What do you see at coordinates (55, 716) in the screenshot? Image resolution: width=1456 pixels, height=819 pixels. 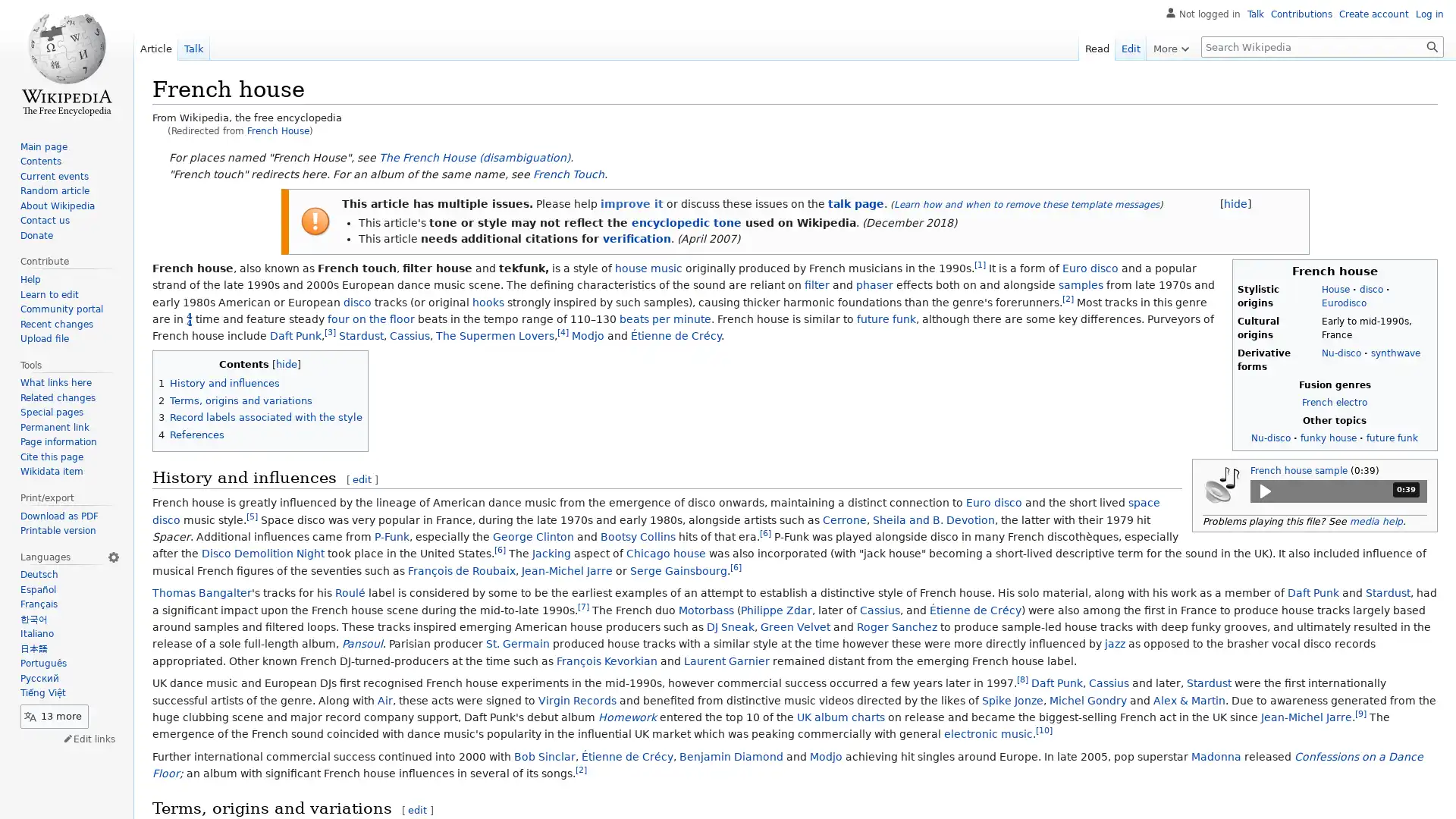 I see `13 more` at bounding box center [55, 716].